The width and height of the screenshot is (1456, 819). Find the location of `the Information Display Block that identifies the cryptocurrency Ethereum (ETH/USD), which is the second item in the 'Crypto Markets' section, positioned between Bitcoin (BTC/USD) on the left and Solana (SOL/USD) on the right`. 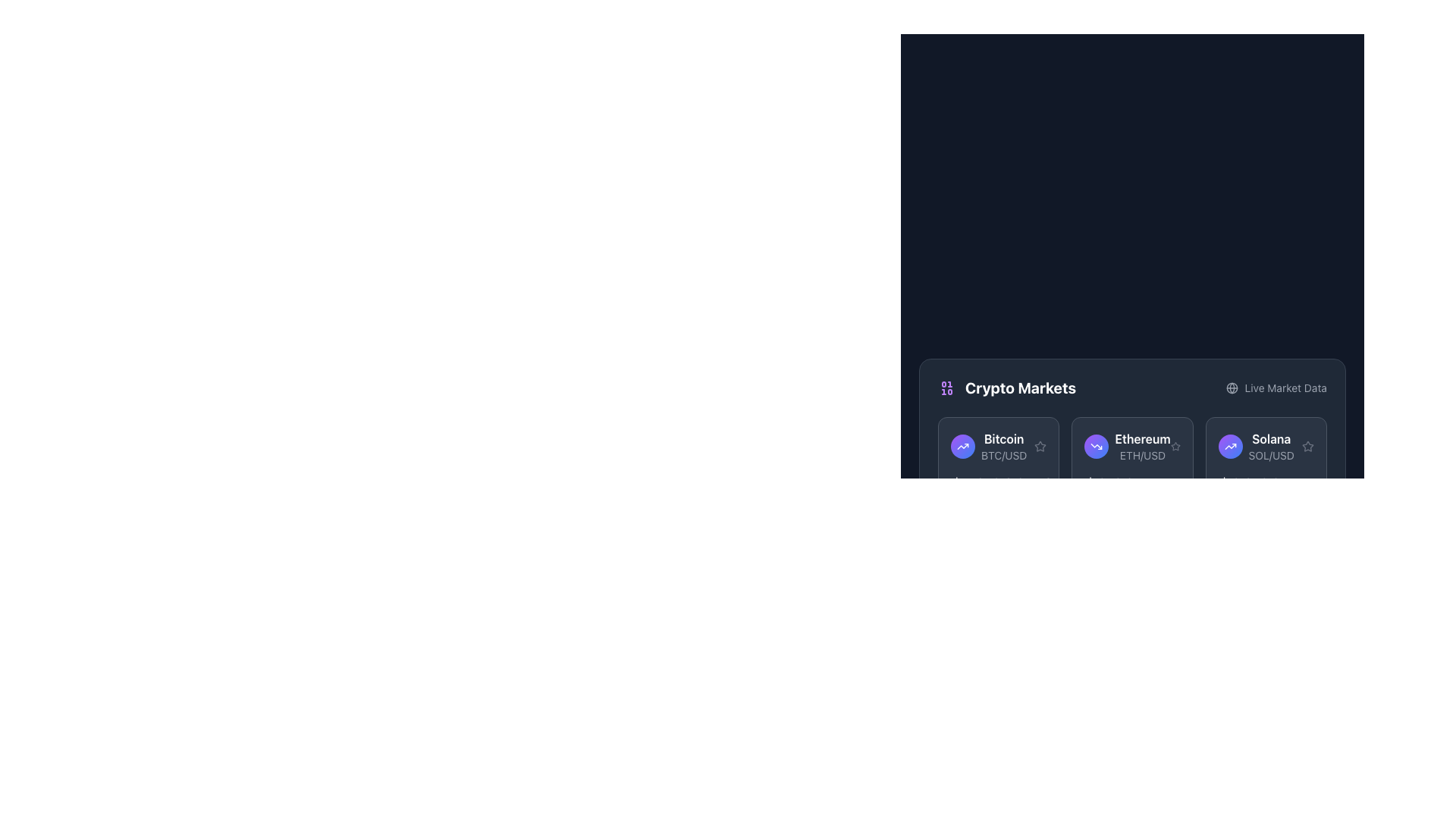

the Information Display Block that identifies the cryptocurrency Ethereum (ETH/USD), which is the second item in the 'Crypto Markets' section, positioned between Bitcoin (BTC/USD) on the left and Solana (SOL/USD) on the right is located at coordinates (1143, 446).